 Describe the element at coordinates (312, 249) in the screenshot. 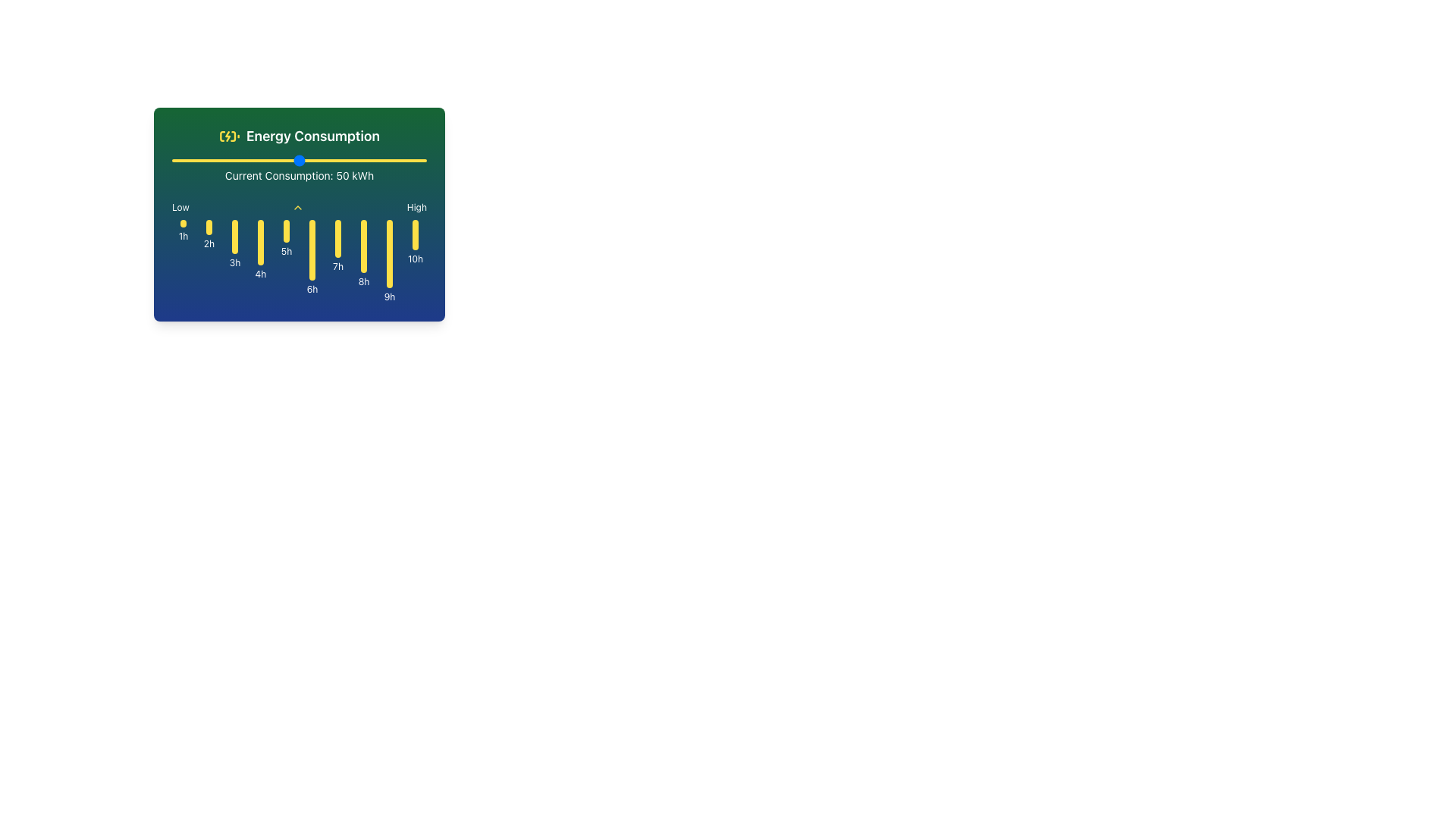

I see `the 6th yellow vertical bar of the bar chart, which is centrally located and has a label '6h' below it` at that location.